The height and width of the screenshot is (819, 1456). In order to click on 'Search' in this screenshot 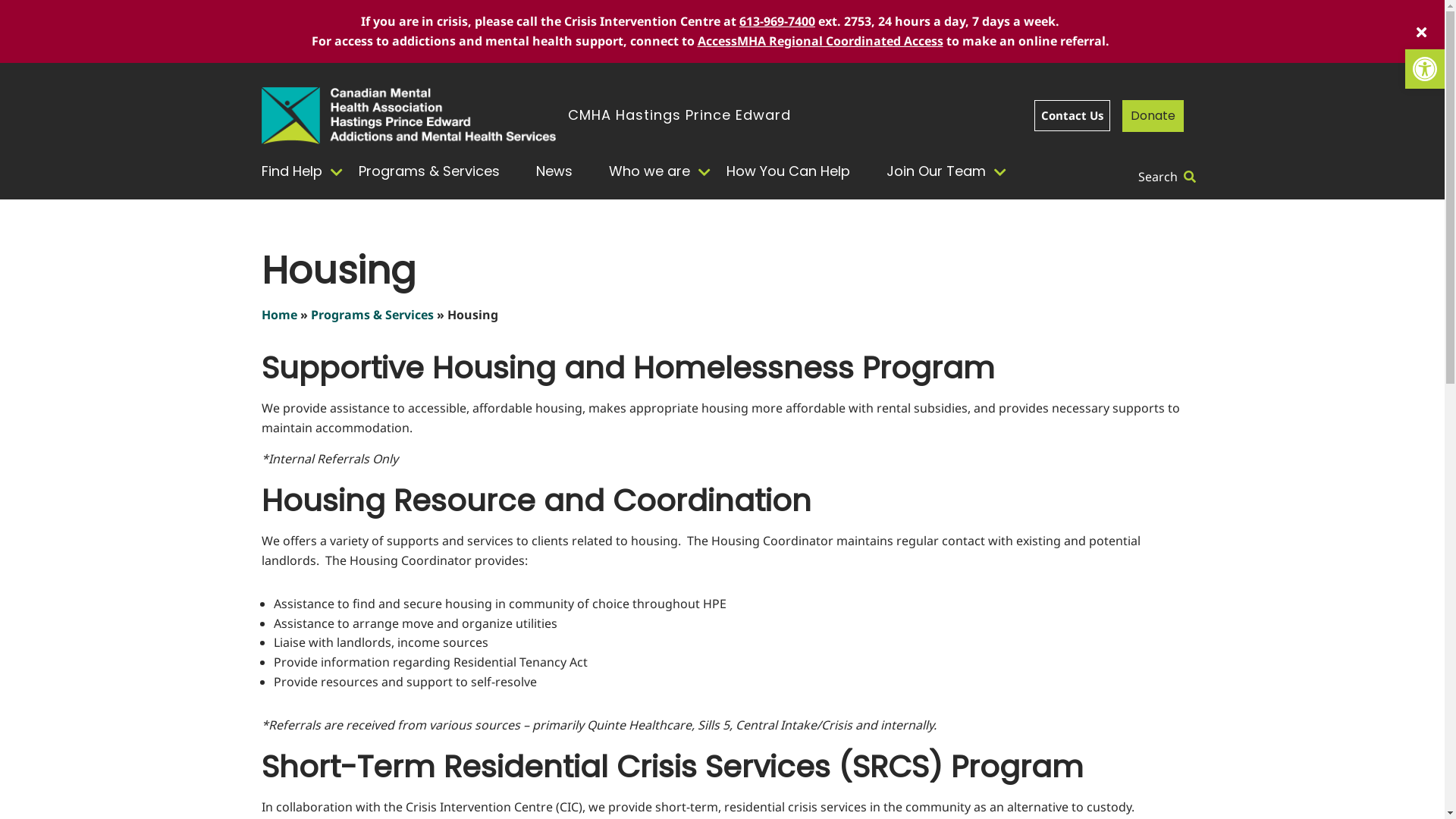, I will do `click(1137, 175)`.